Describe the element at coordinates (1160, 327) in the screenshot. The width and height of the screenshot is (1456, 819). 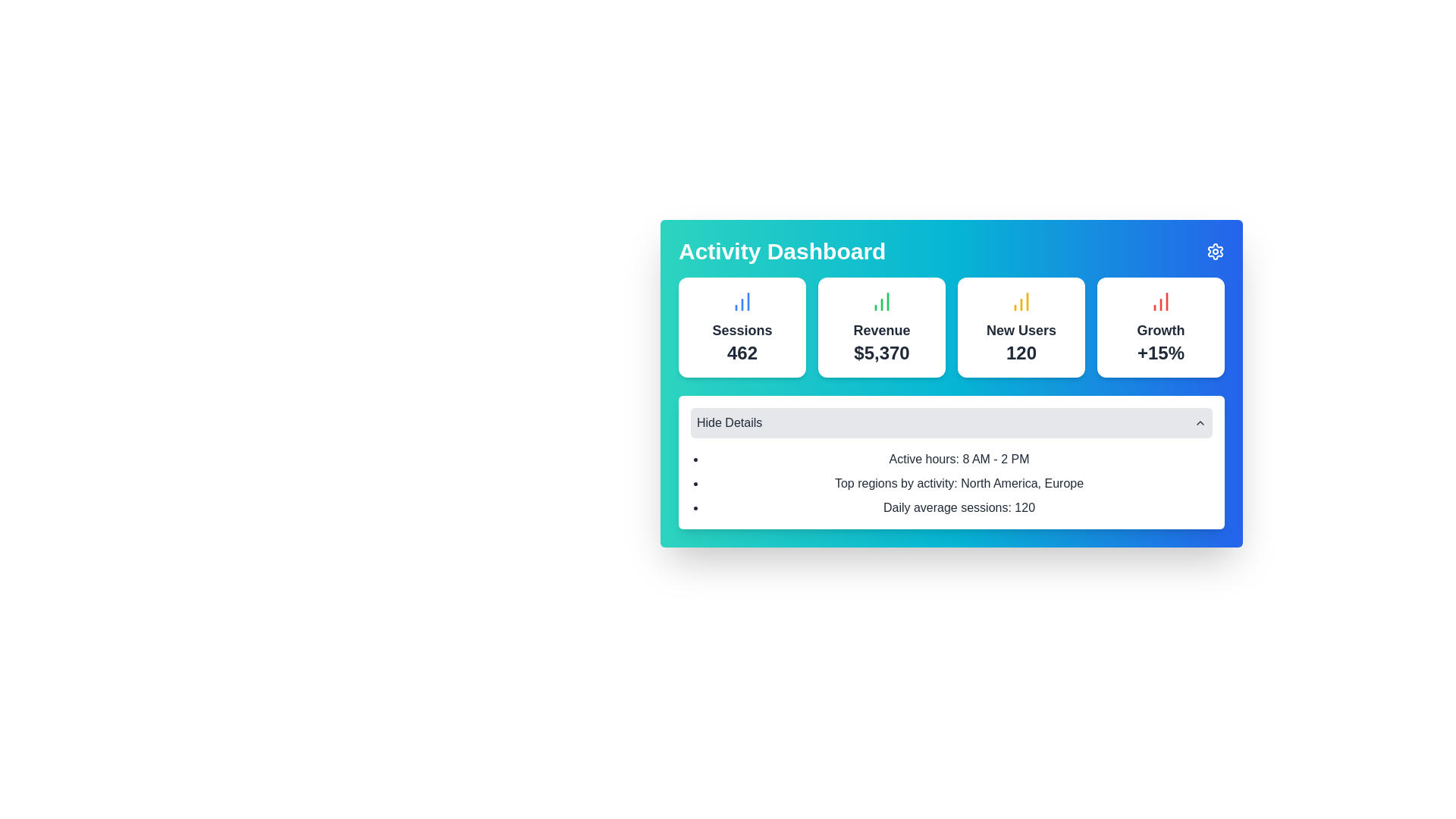
I see `visual or textual content of the Info Card displaying growth metrics, which is the last card in the horizontally aligned set of four cards in the Activity Dashboard` at that location.